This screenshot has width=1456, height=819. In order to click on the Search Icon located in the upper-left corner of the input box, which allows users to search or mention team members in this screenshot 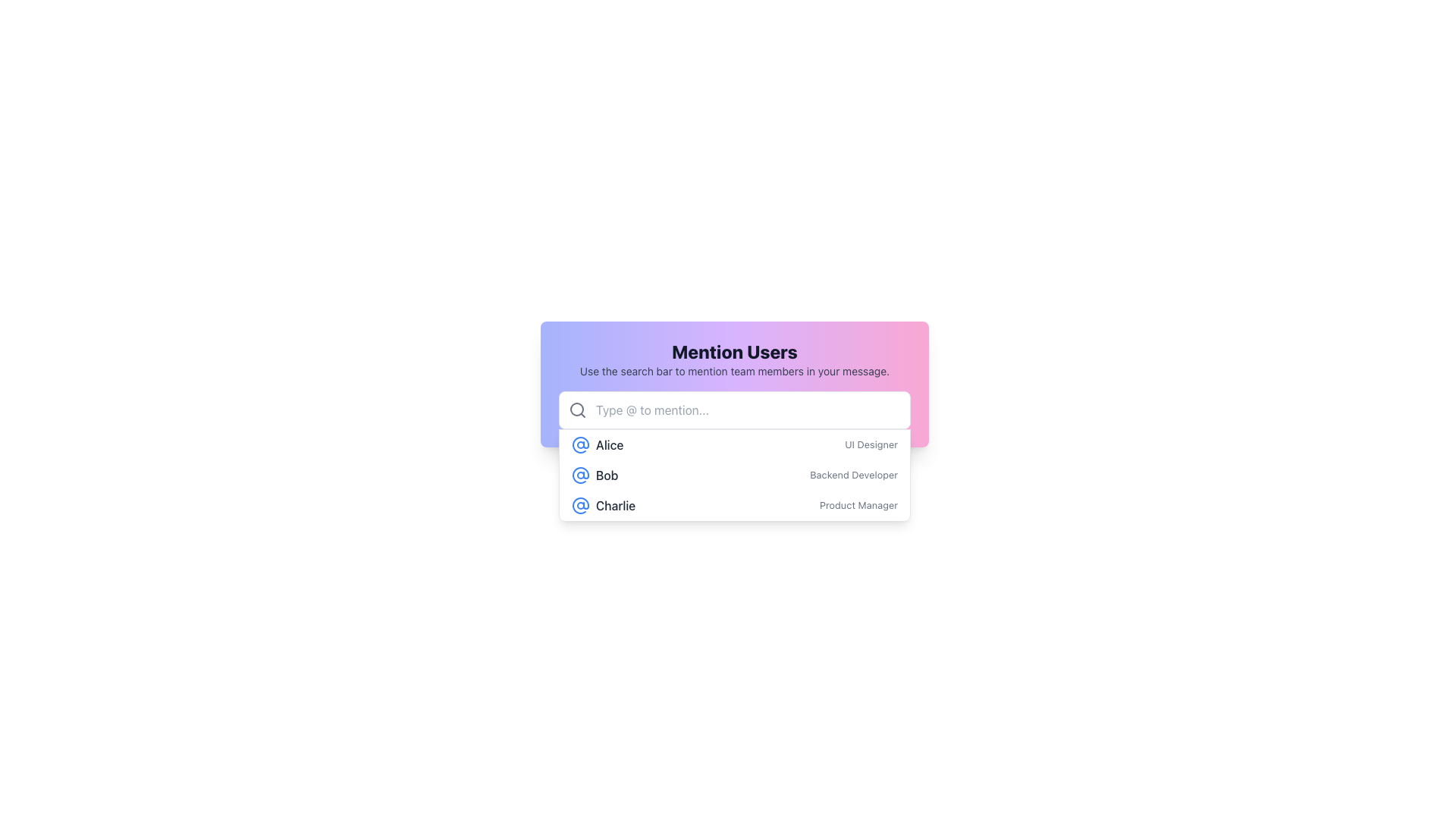, I will do `click(577, 409)`.